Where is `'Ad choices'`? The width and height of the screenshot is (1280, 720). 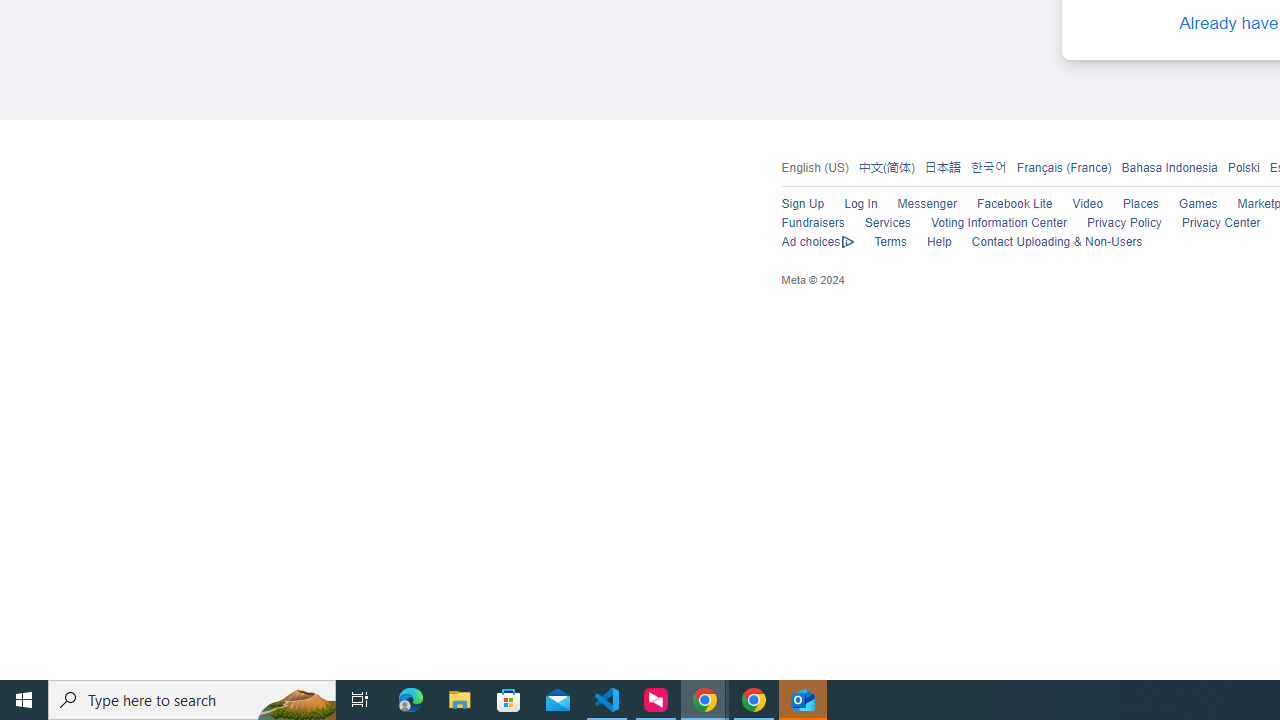 'Ad choices' is located at coordinates (817, 242).